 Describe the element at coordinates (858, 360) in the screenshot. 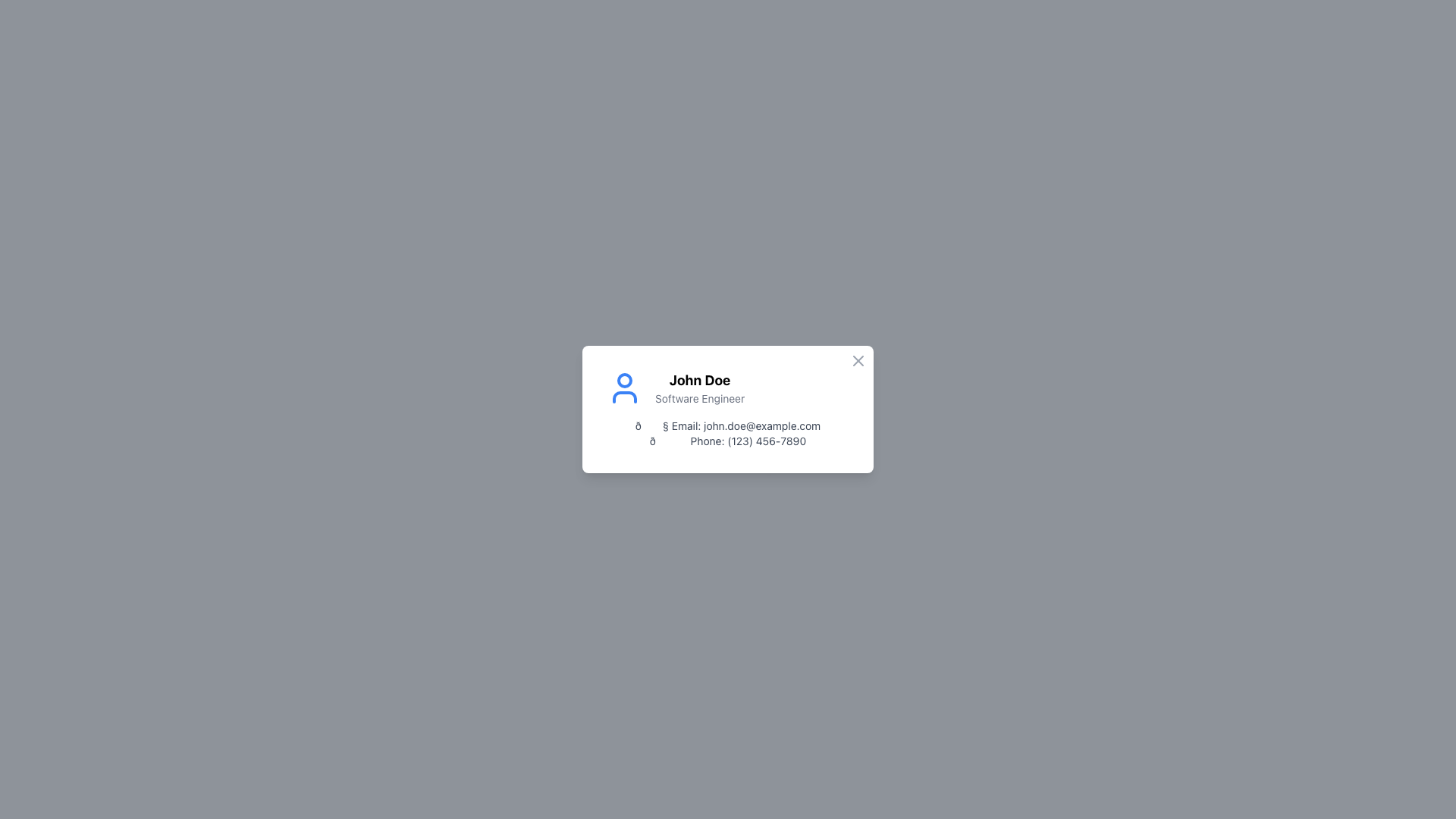

I see `the Close Icon (Interactive Graphic) located in the top-right corner of the user information card to provide visual feedback` at that location.